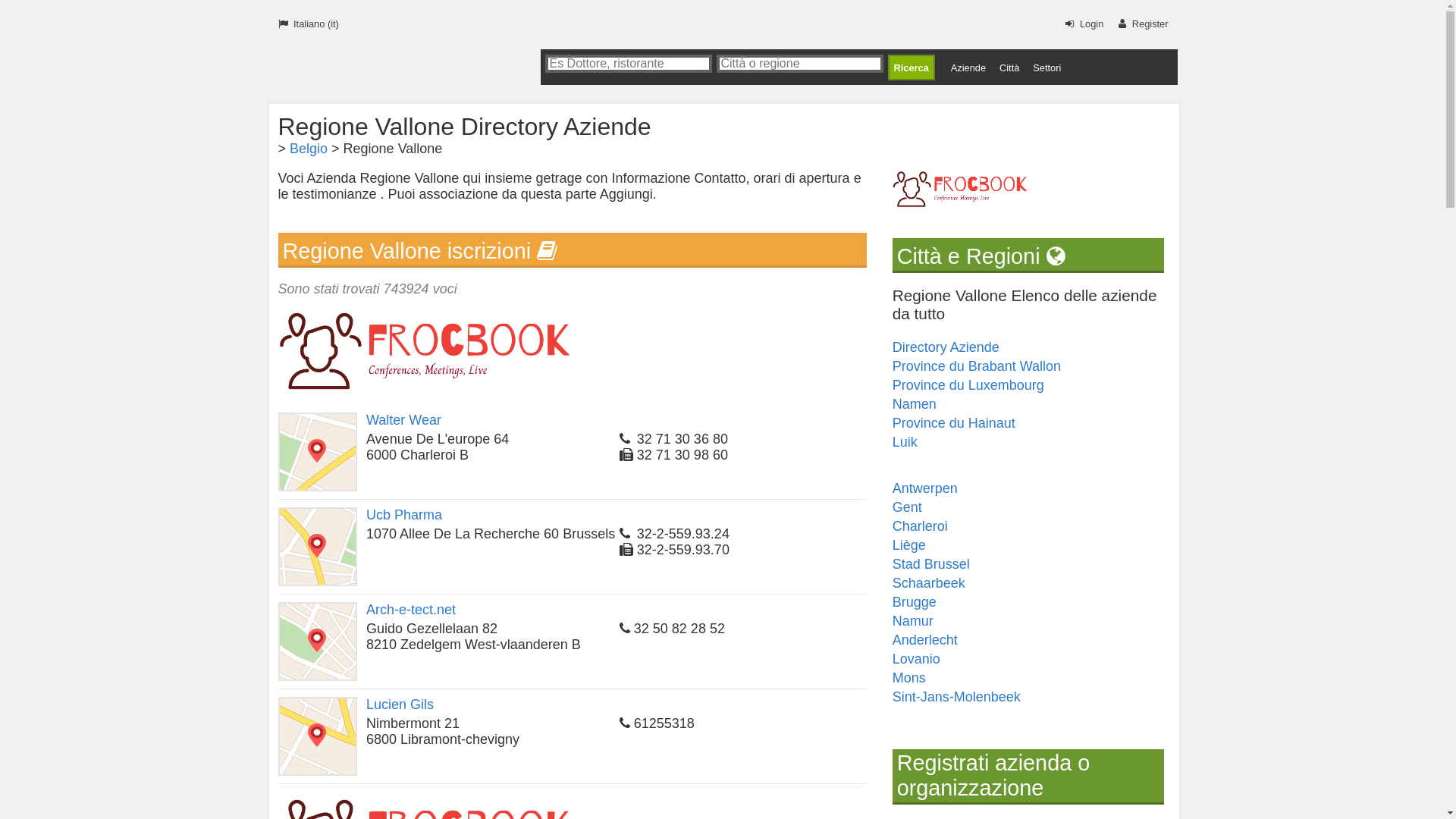  What do you see at coordinates (930, 564) in the screenshot?
I see `'Stad Brussel'` at bounding box center [930, 564].